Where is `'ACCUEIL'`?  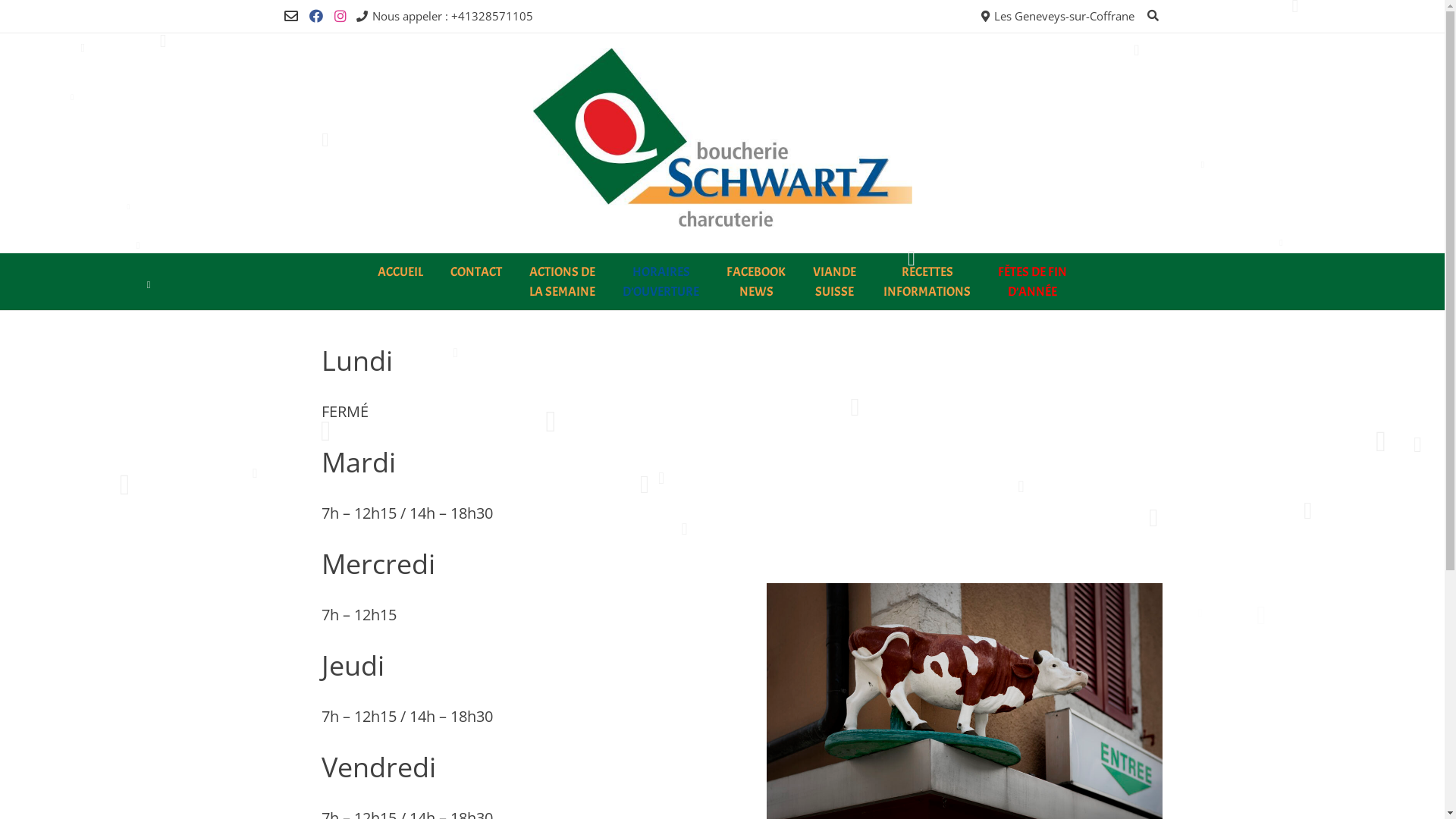
'ACCUEIL' is located at coordinates (400, 271).